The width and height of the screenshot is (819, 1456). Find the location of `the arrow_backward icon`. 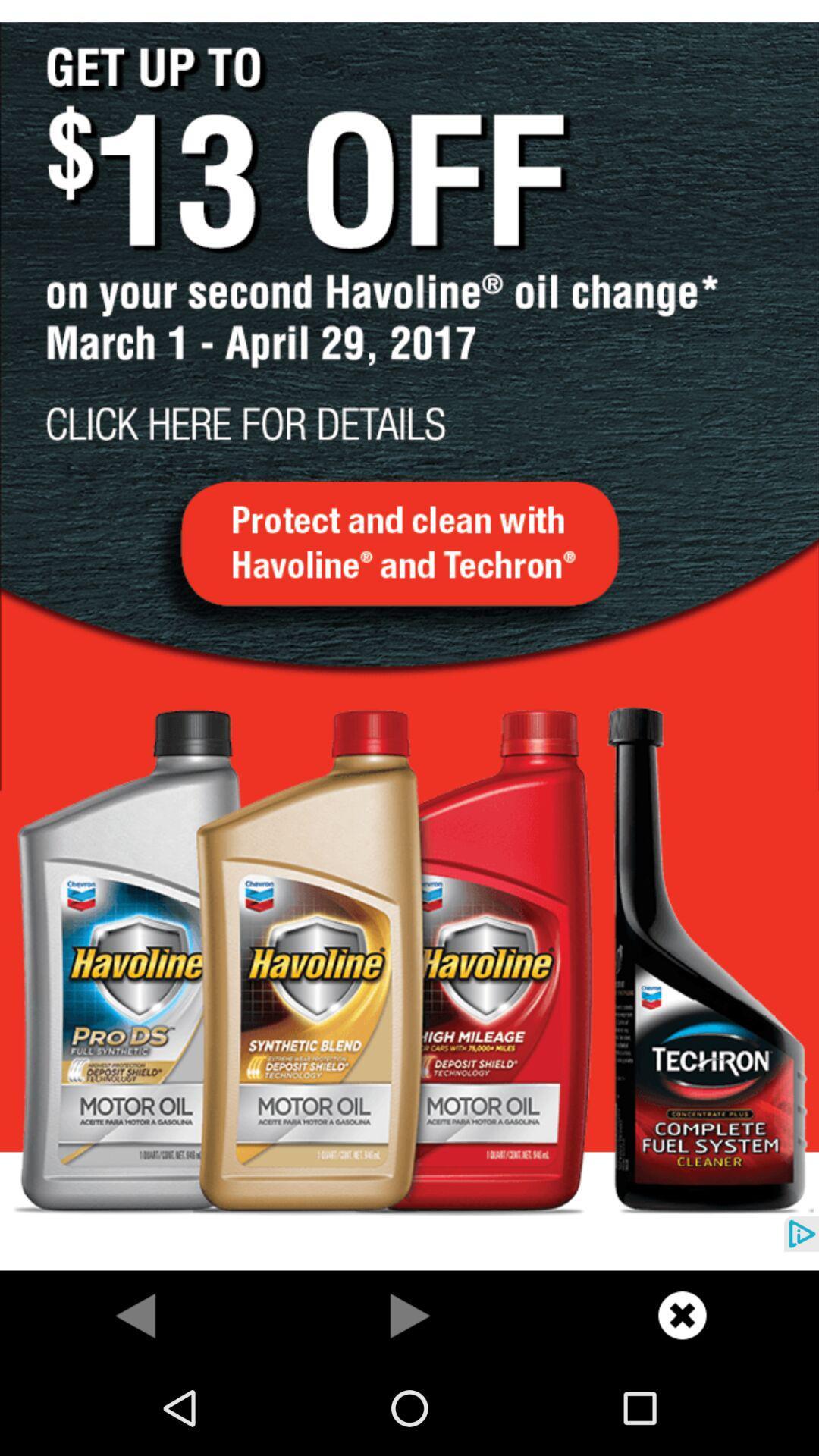

the arrow_backward icon is located at coordinates (136, 1407).